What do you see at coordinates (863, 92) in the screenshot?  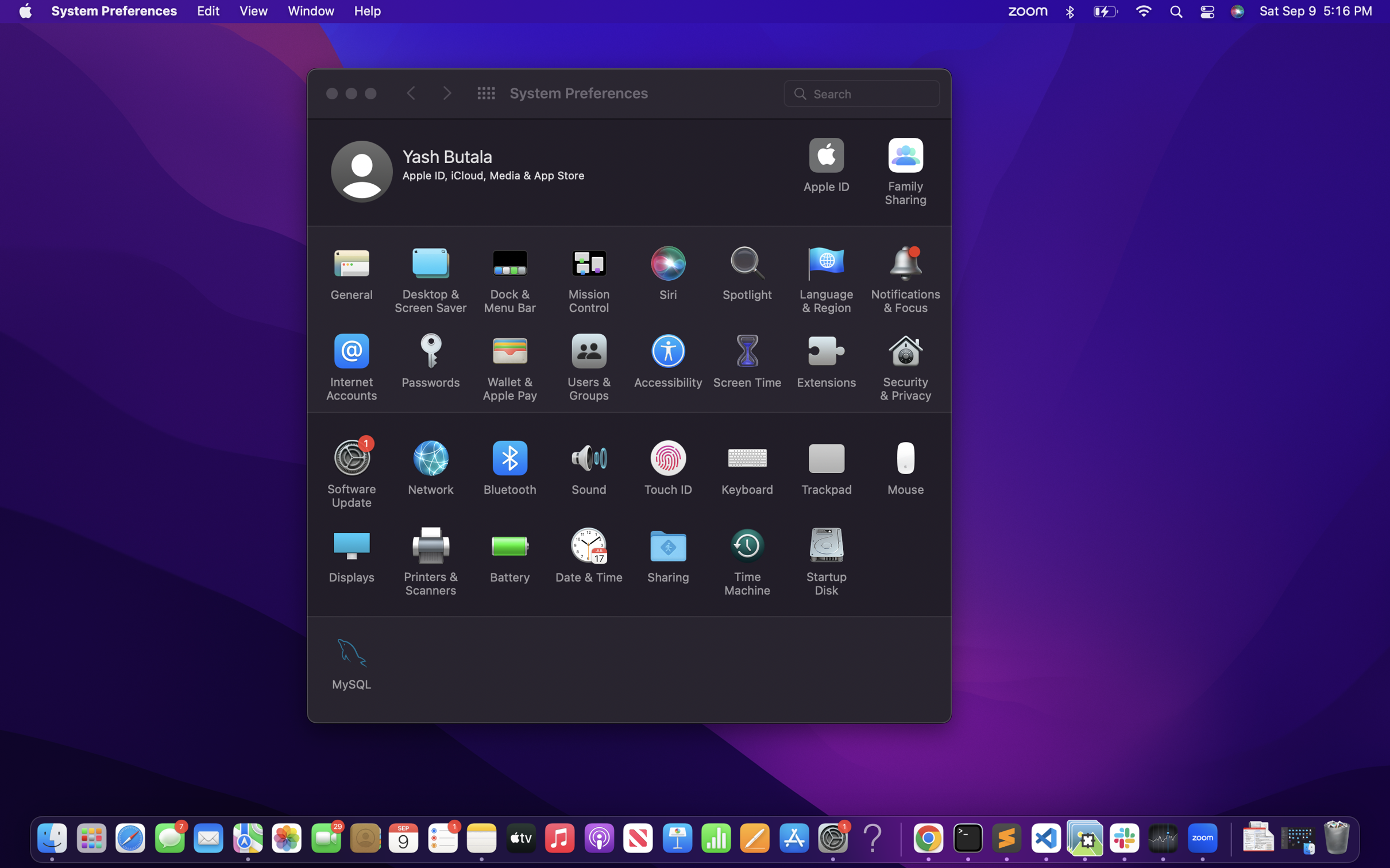 I see `Search for hardware setting in search bar` at bounding box center [863, 92].